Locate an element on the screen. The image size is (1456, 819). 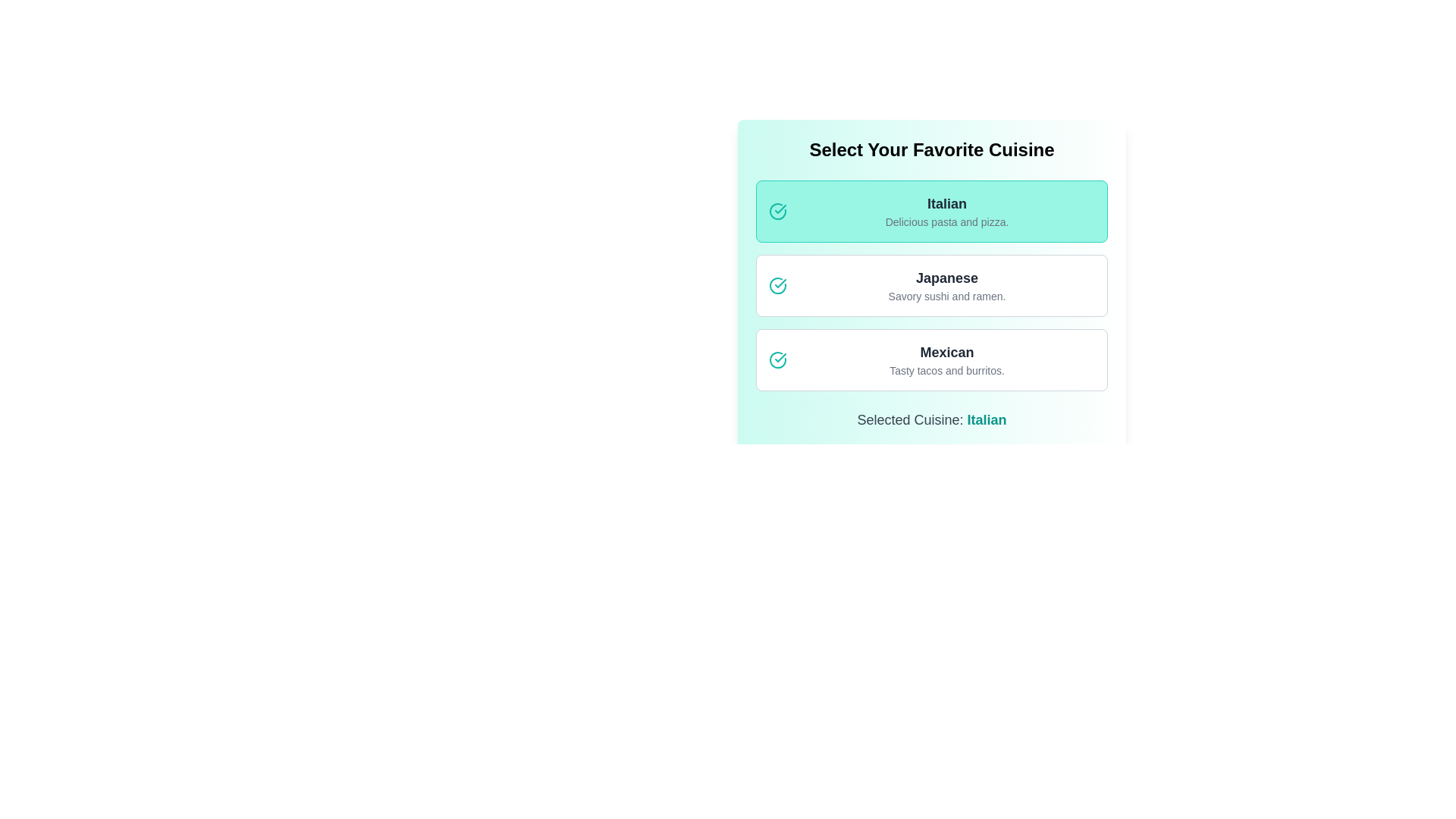
the selectable list item representing 'Japanese' cuisine is located at coordinates (930, 286).